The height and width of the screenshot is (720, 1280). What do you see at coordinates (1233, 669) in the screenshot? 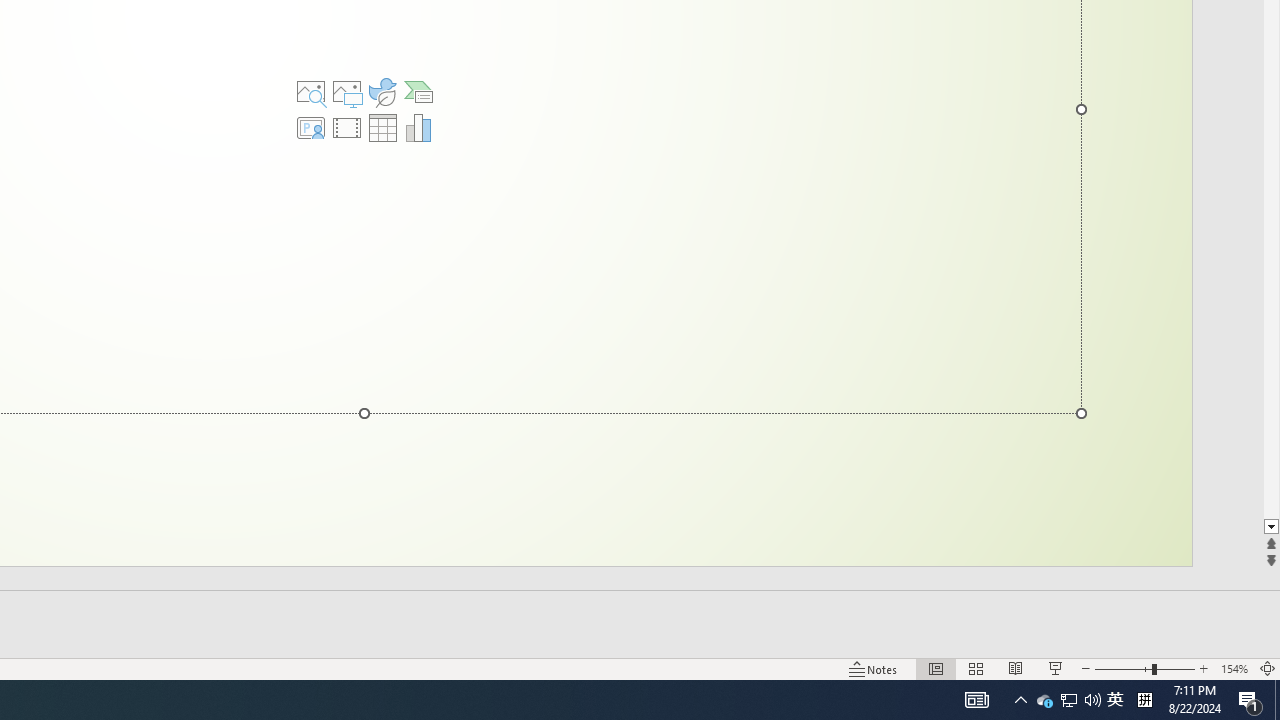
I see `'Zoom 154%'` at bounding box center [1233, 669].